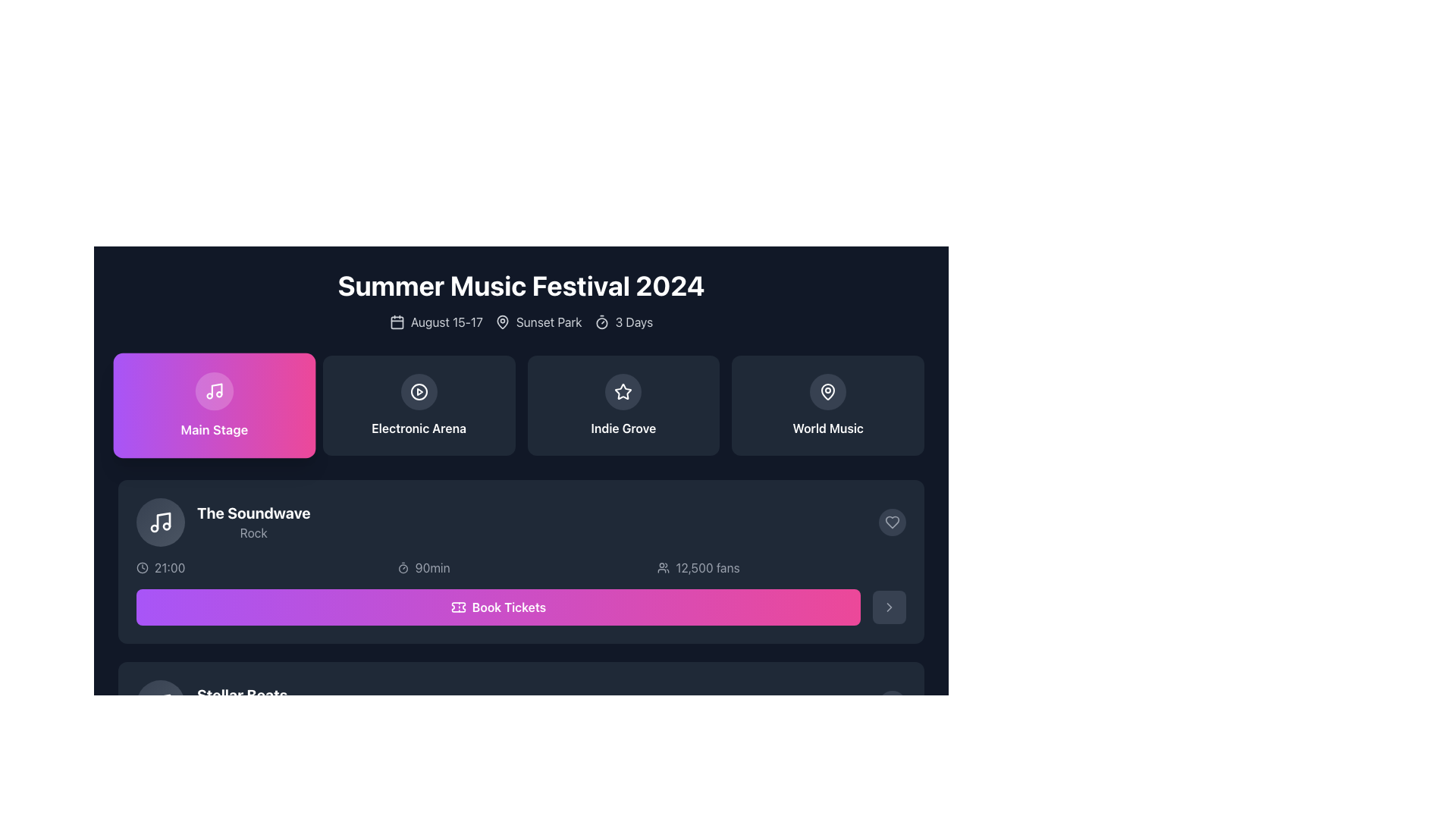  What do you see at coordinates (827, 405) in the screenshot?
I see `the non-interactive visual indicator label for the 'World Music' section, which is the fourth option in the top row of sections, located to the right of the 'Indie Grove' section` at bounding box center [827, 405].